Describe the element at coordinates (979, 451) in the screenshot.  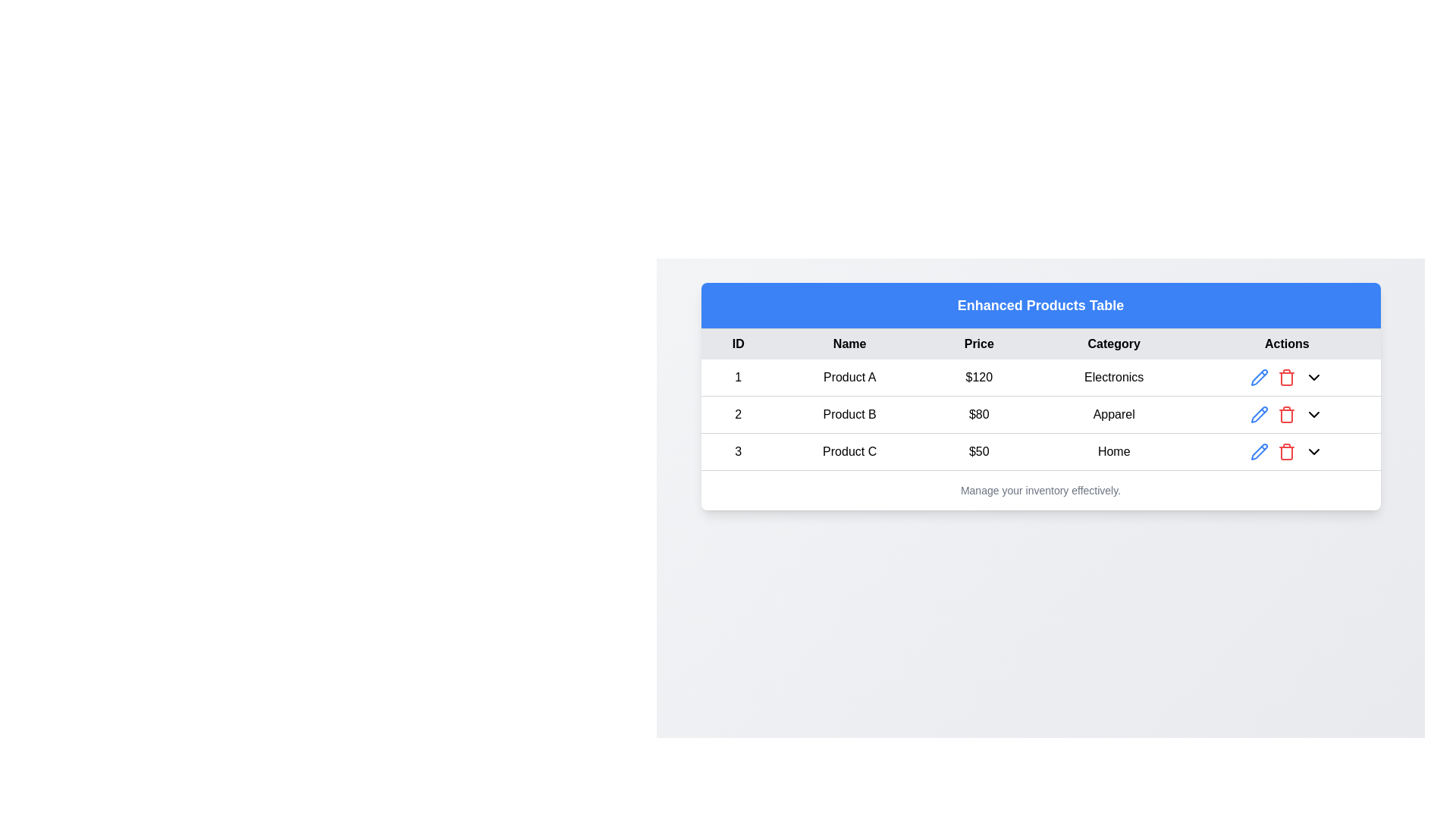
I see `the price text label displaying '$50' for 'Product C' in the Enhanced Products Table` at that location.